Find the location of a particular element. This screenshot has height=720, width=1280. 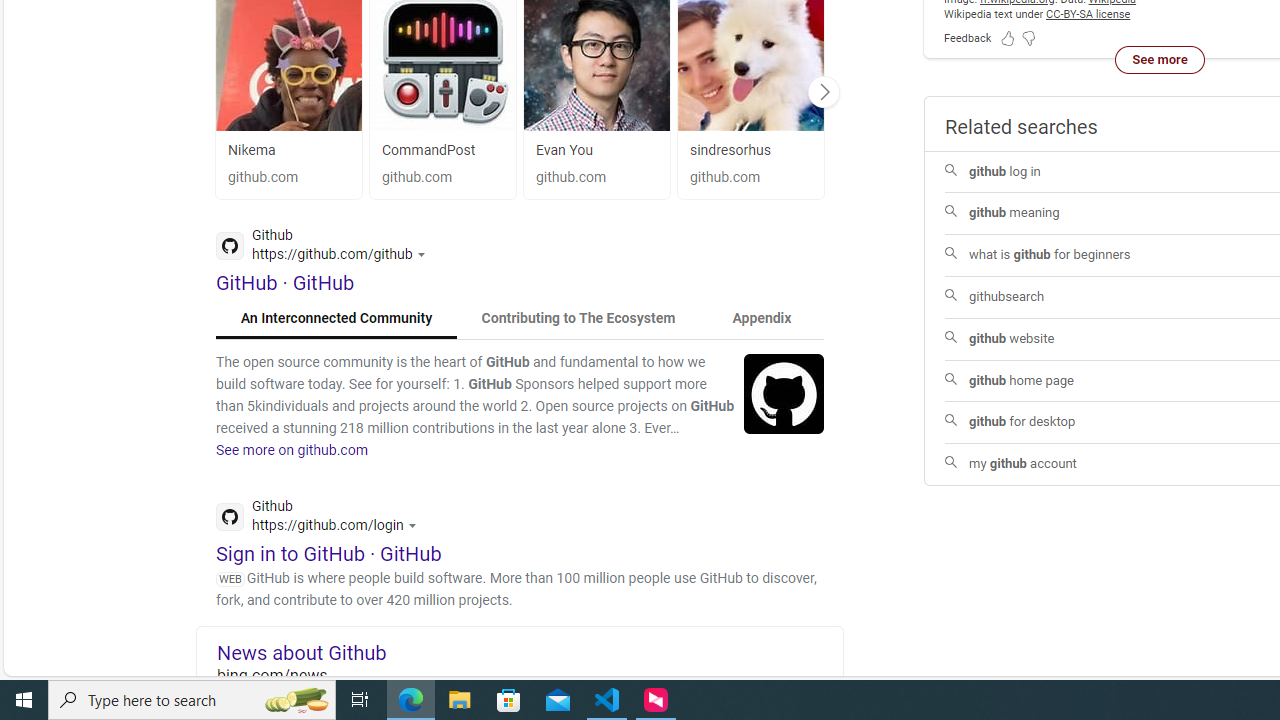

'Appendix' is located at coordinates (760, 317).